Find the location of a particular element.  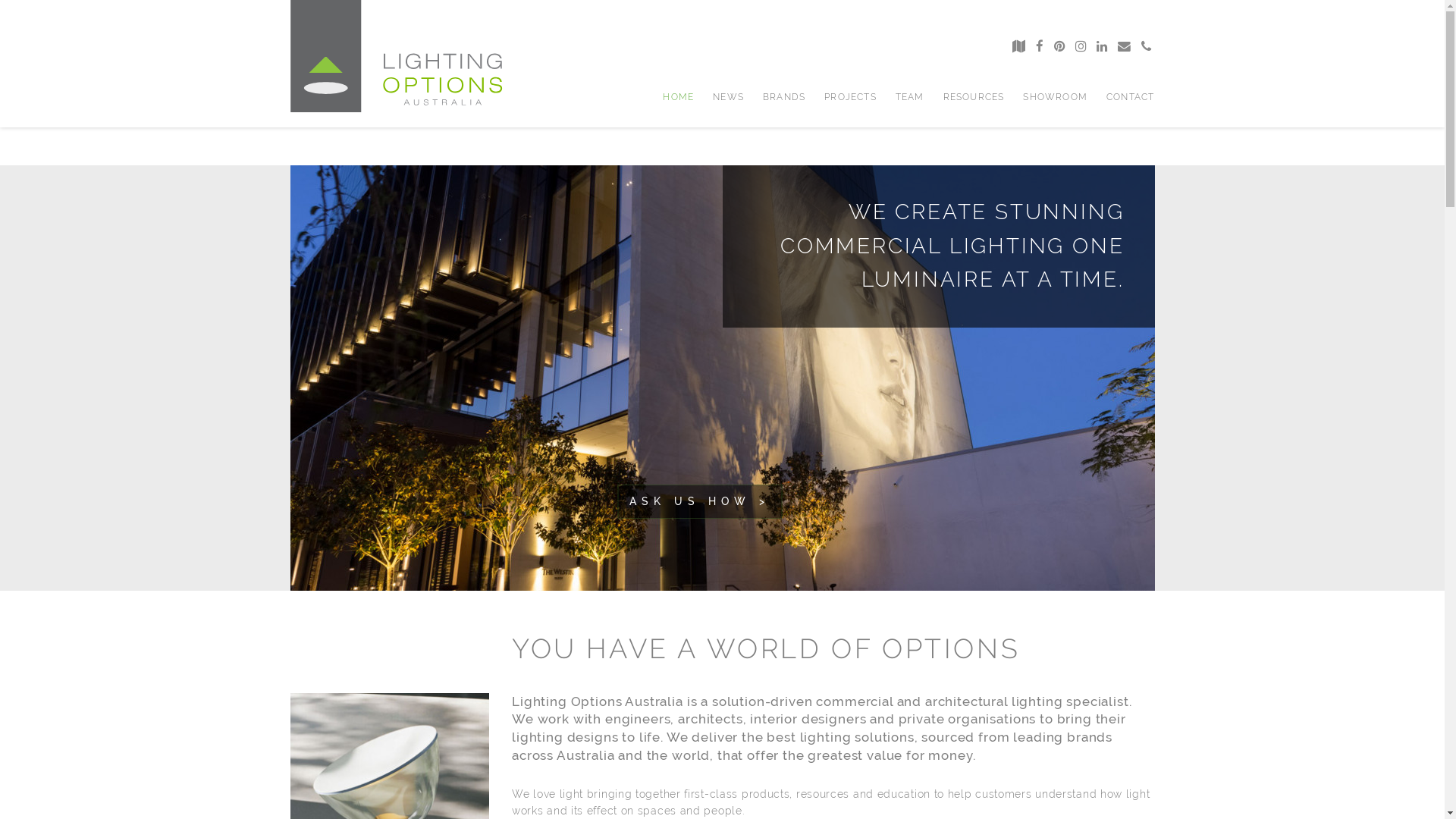

'Click to call us' is located at coordinates (1140, 45).